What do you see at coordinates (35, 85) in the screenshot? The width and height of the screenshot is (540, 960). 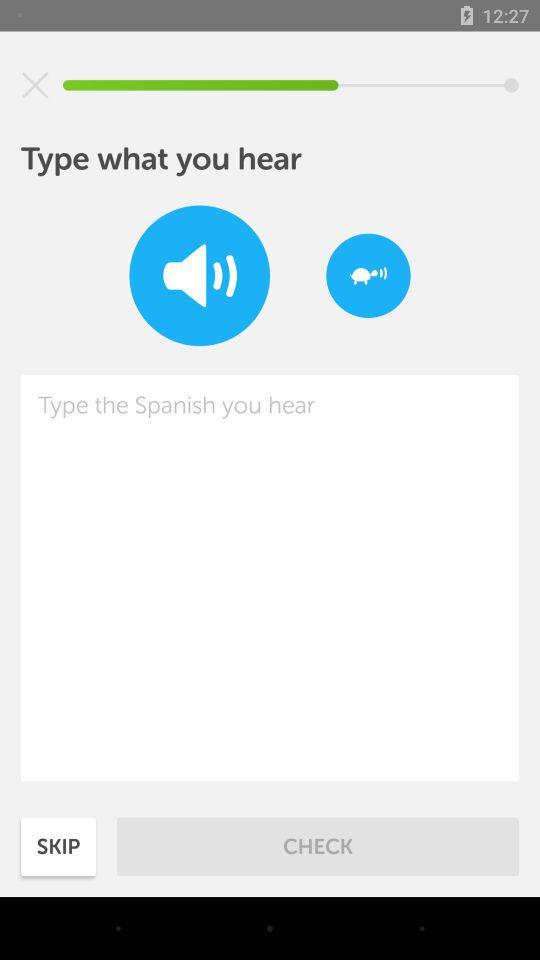 I see `exit` at bounding box center [35, 85].